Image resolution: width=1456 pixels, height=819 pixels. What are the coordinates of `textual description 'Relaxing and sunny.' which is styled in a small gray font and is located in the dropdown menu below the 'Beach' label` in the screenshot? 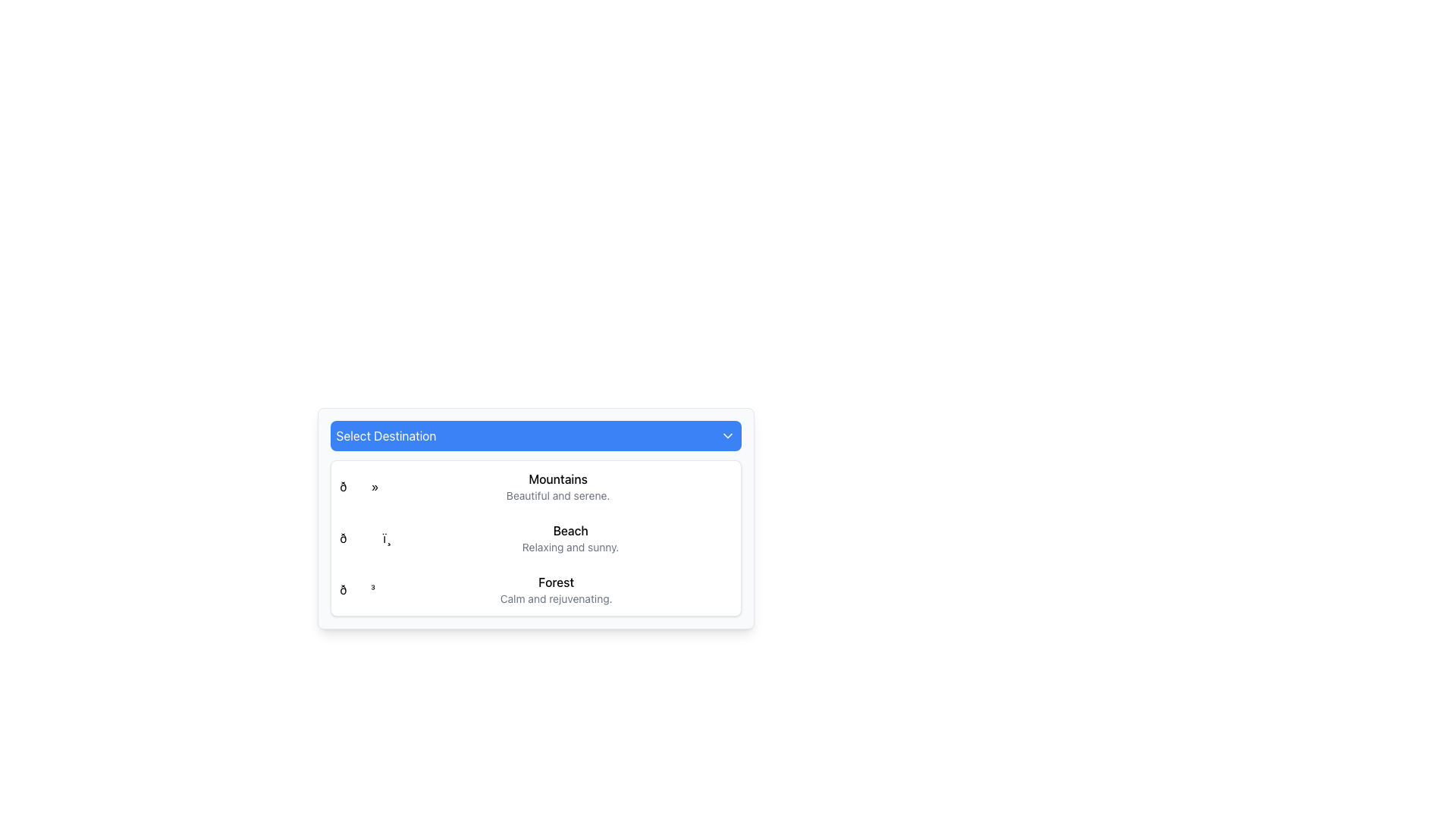 It's located at (570, 547).